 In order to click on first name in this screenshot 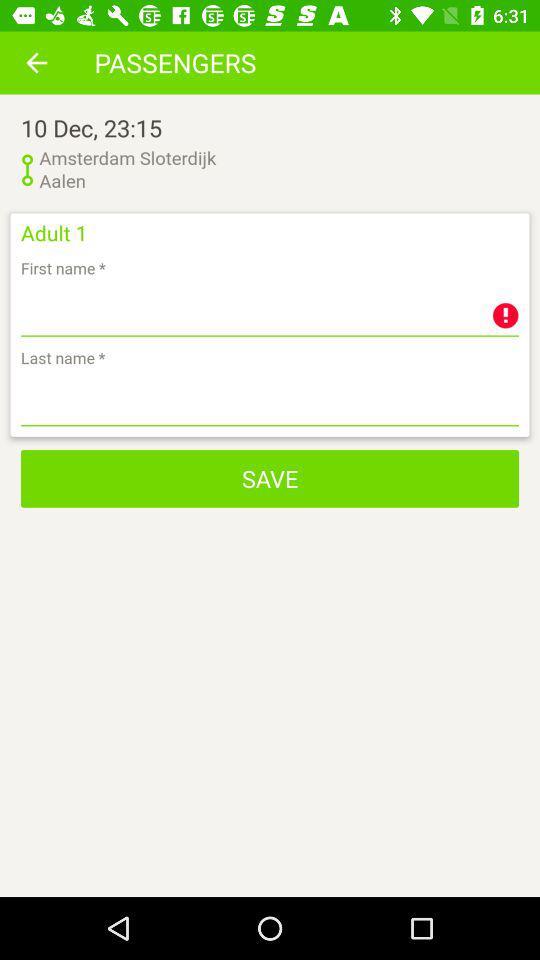, I will do `click(270, 310)`.